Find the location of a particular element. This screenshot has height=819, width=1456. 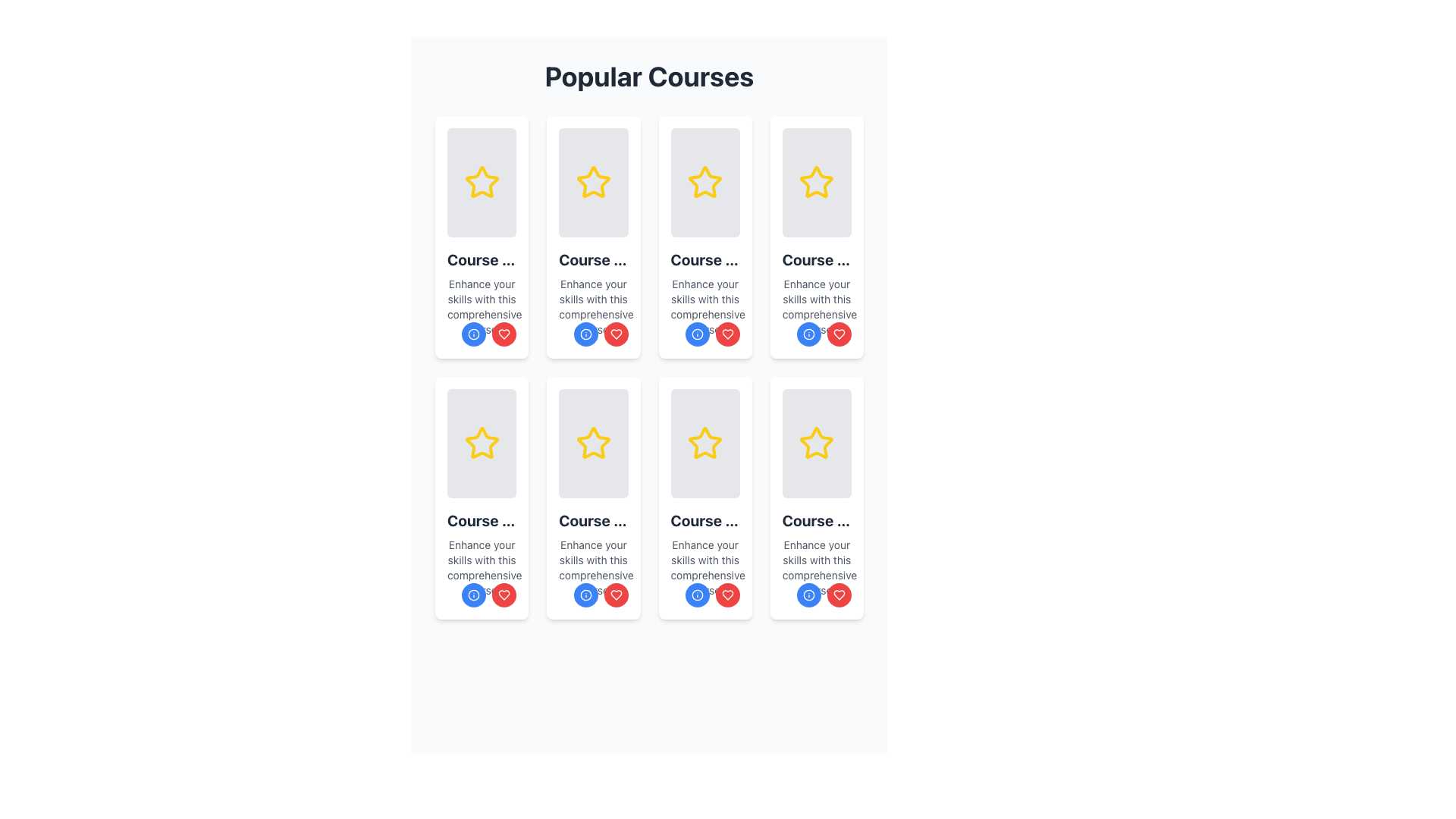

text label displaying 'Course Title 1' which is centrally aligned in a white rounded rectangular card under the 'Popular Courses' heading is located at coordinates (481, 259).